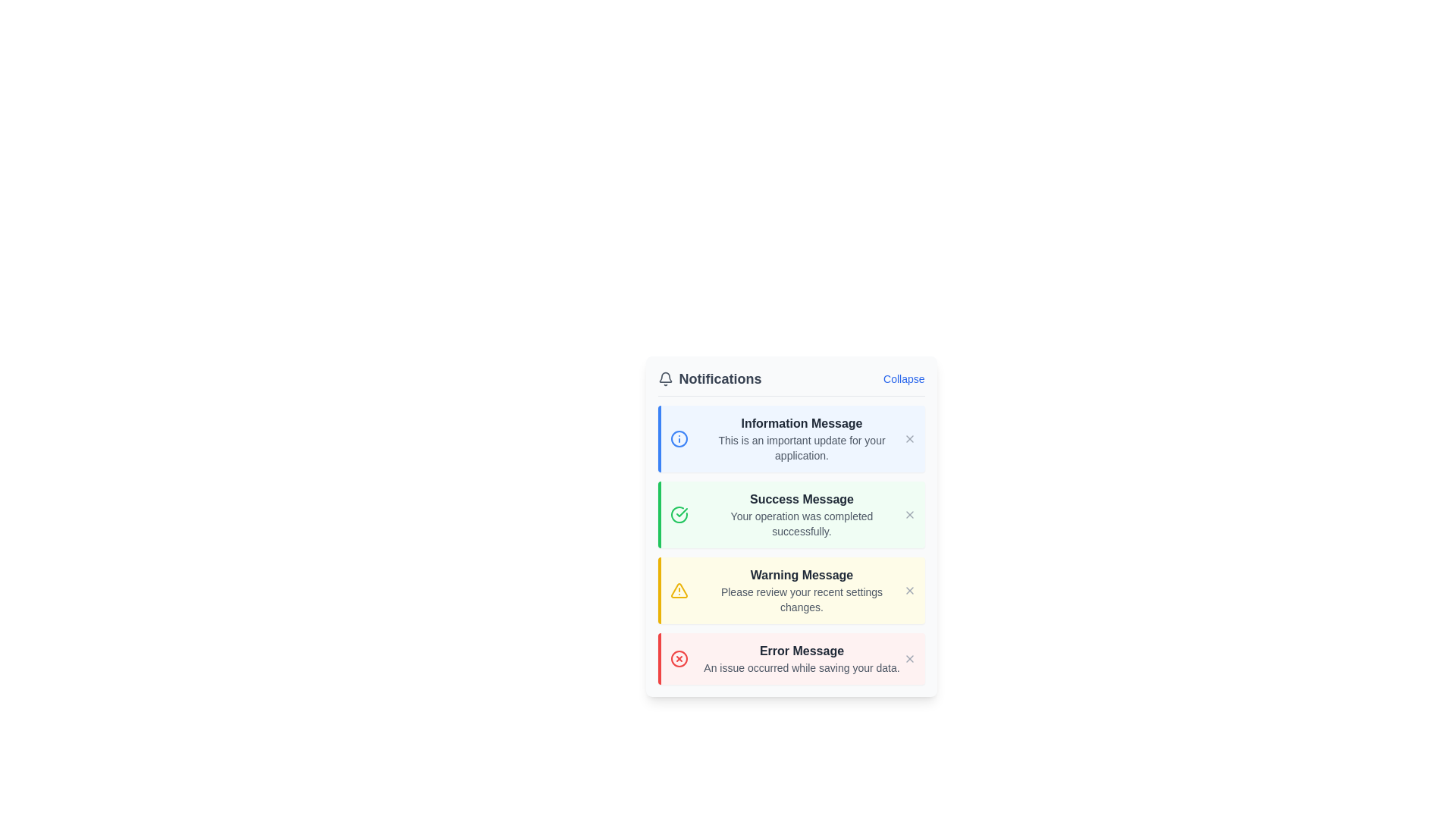  What do you see at coordinates (790, 590) in the screenshot?
I see `the third notification box titled 'Warning Message'` at bounding box center [790, 590].